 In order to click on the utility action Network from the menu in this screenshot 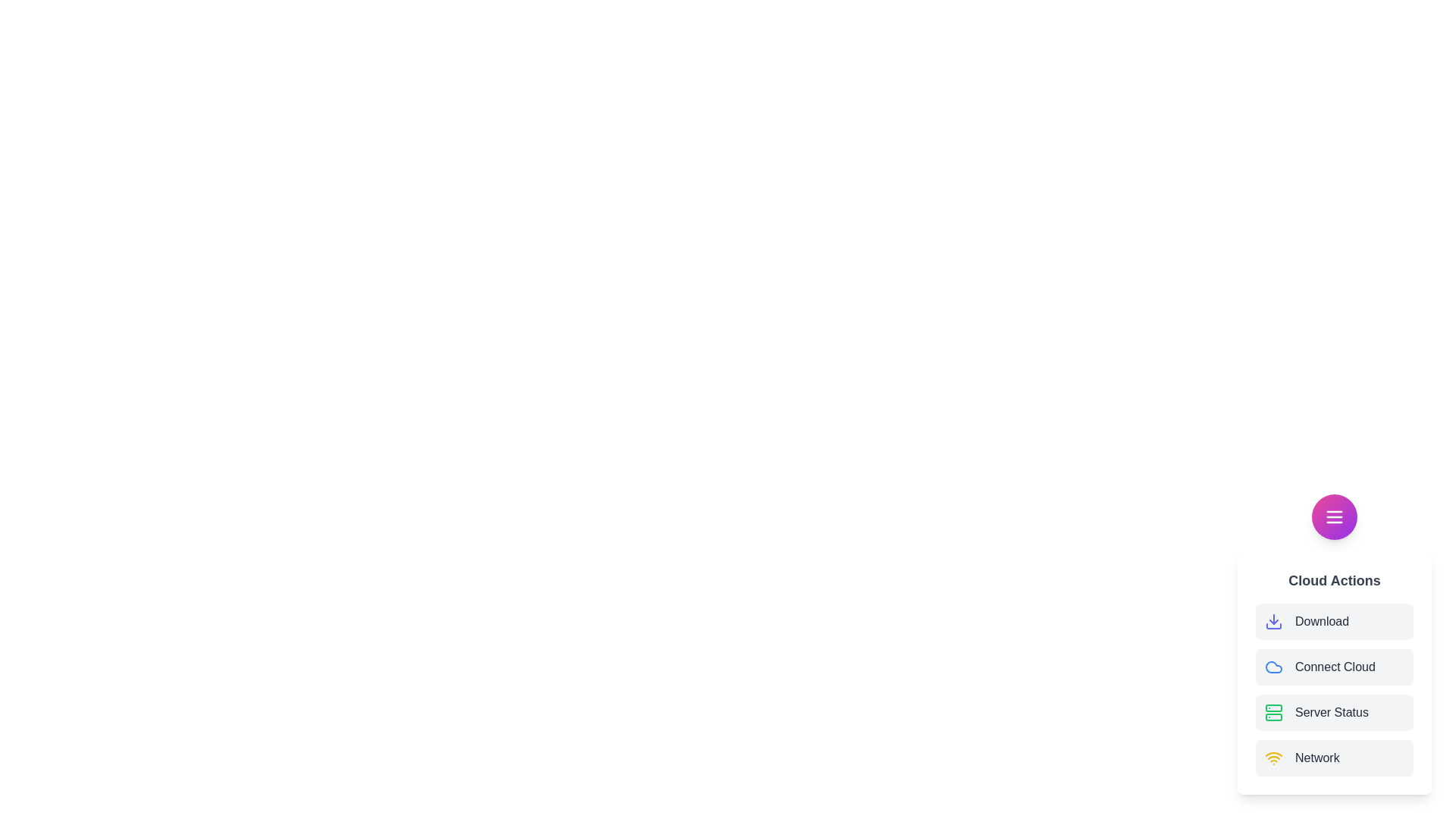, I will do `click(1335, 758)`.